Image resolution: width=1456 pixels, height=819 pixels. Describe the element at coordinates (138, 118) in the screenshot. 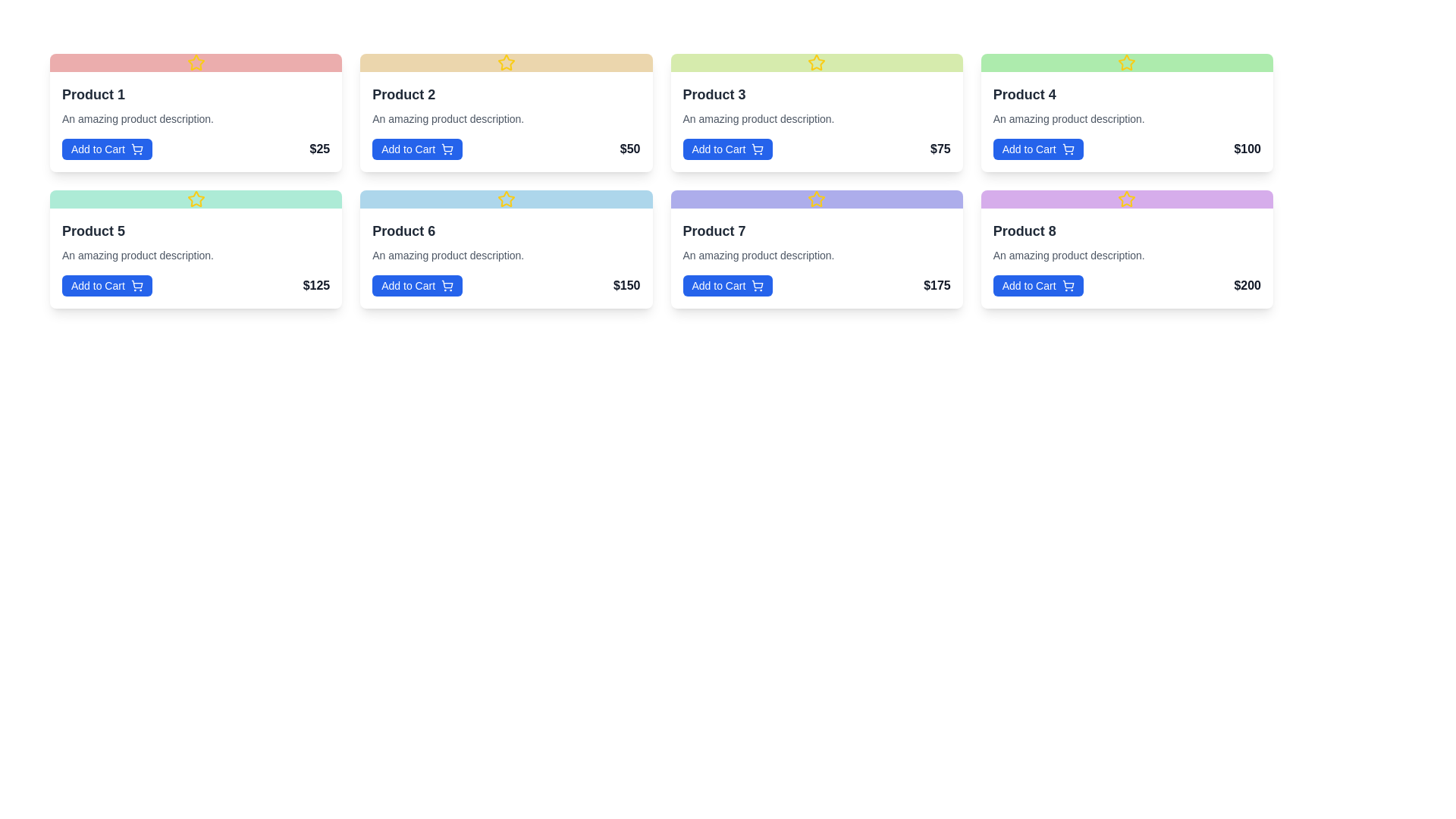

I see `text block element containing 'An amazing product description.' located below the title 'Product 1'` at that location.